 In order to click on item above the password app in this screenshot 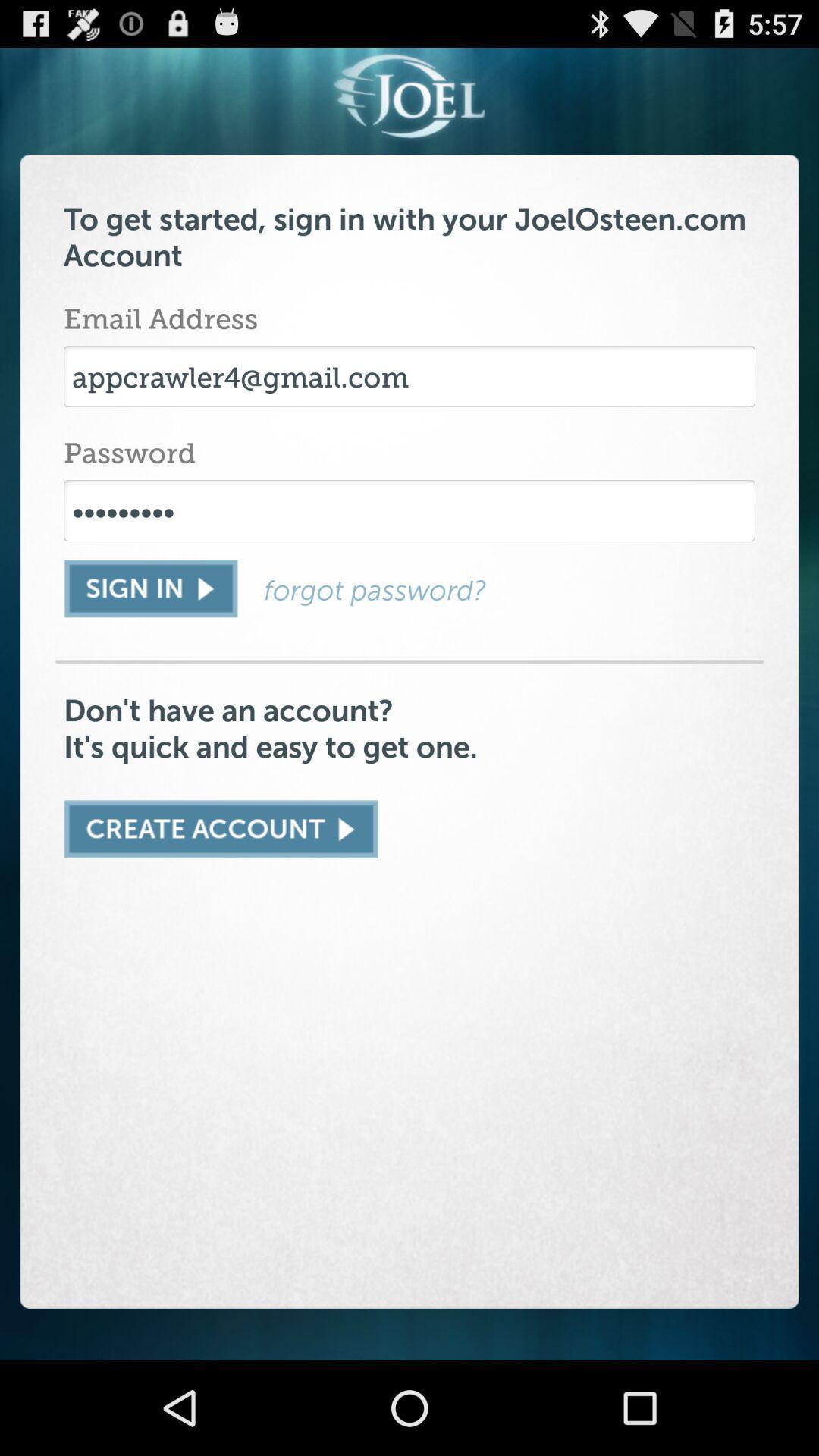, I will do `click(409, 376)`.